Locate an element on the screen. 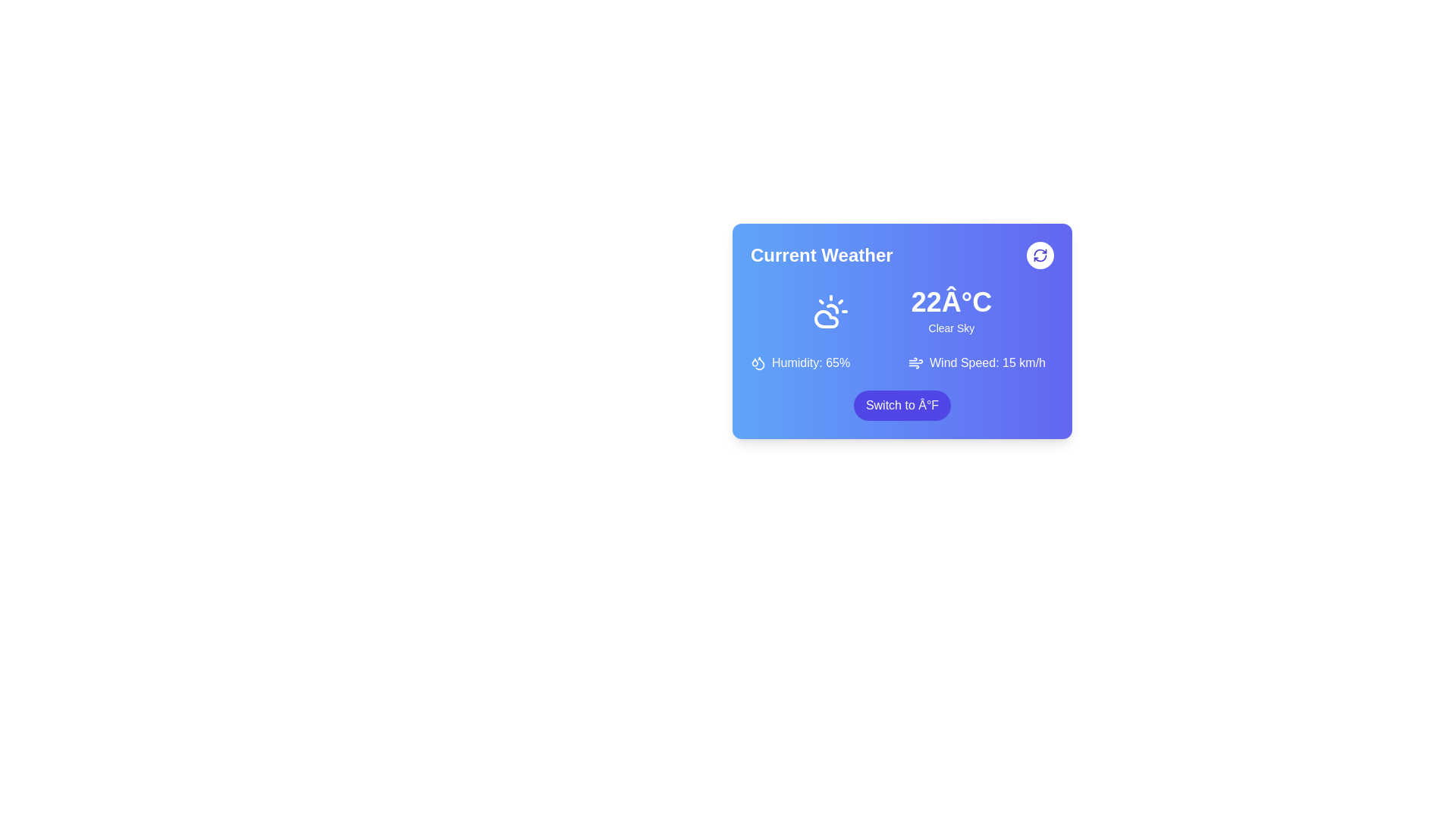  the wind speed icon, which represents wind speed and is located next to the text 'Wind Speed: 15 km/h.' is located at coordinates (915, 362).